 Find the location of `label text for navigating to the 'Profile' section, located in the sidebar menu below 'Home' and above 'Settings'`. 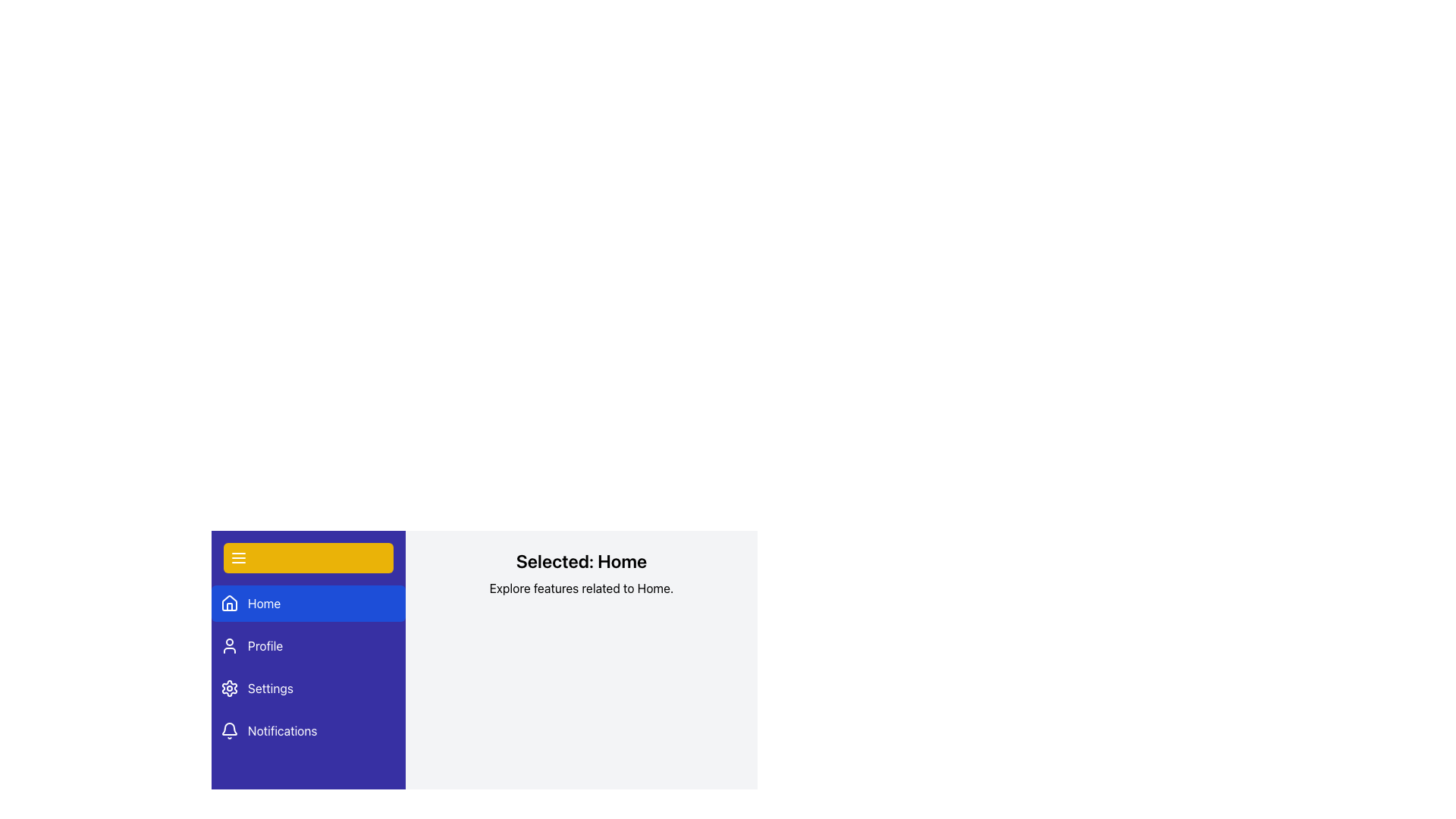

label text for navigating to the 'Profile' section, located in the sidebar menu below 'Home' and above 'Settings' is located at coordinates (265, 646).